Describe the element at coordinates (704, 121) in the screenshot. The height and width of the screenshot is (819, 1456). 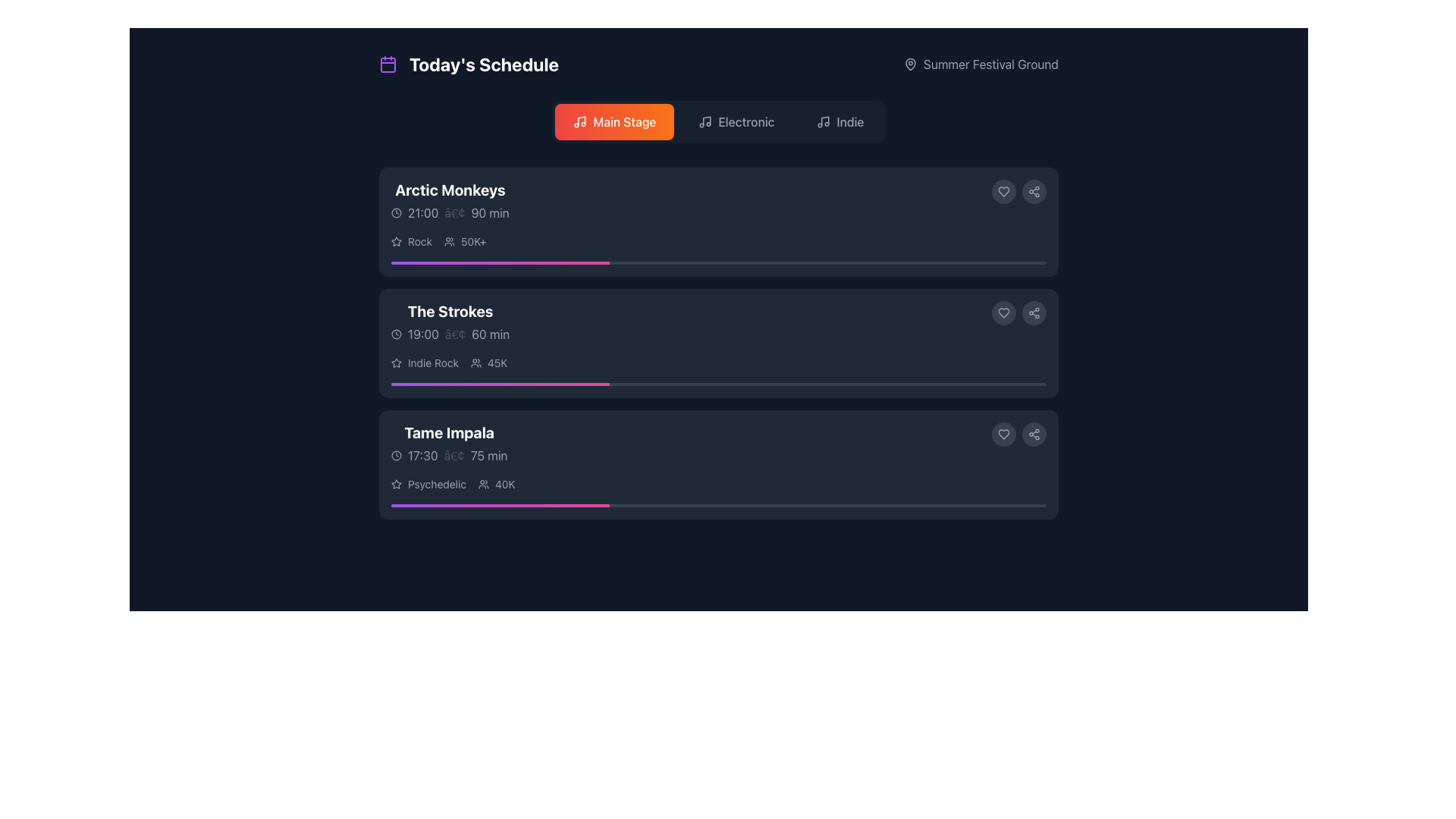
I see `the small music note icon located to the left of the 'Electronic' text in the navigation bar` at that location.